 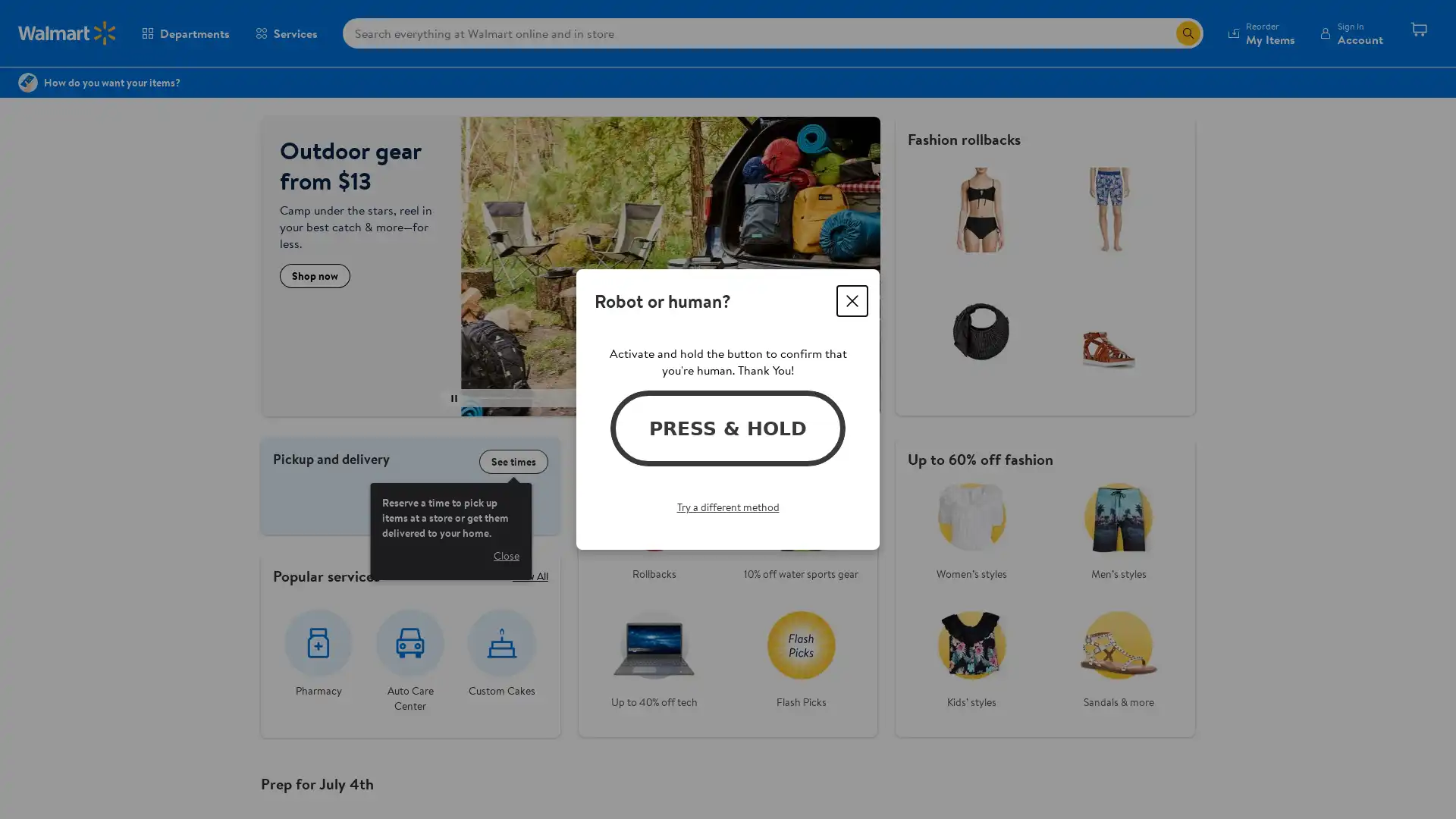 I want to click on Close dialog, so click(x=852, y=301).